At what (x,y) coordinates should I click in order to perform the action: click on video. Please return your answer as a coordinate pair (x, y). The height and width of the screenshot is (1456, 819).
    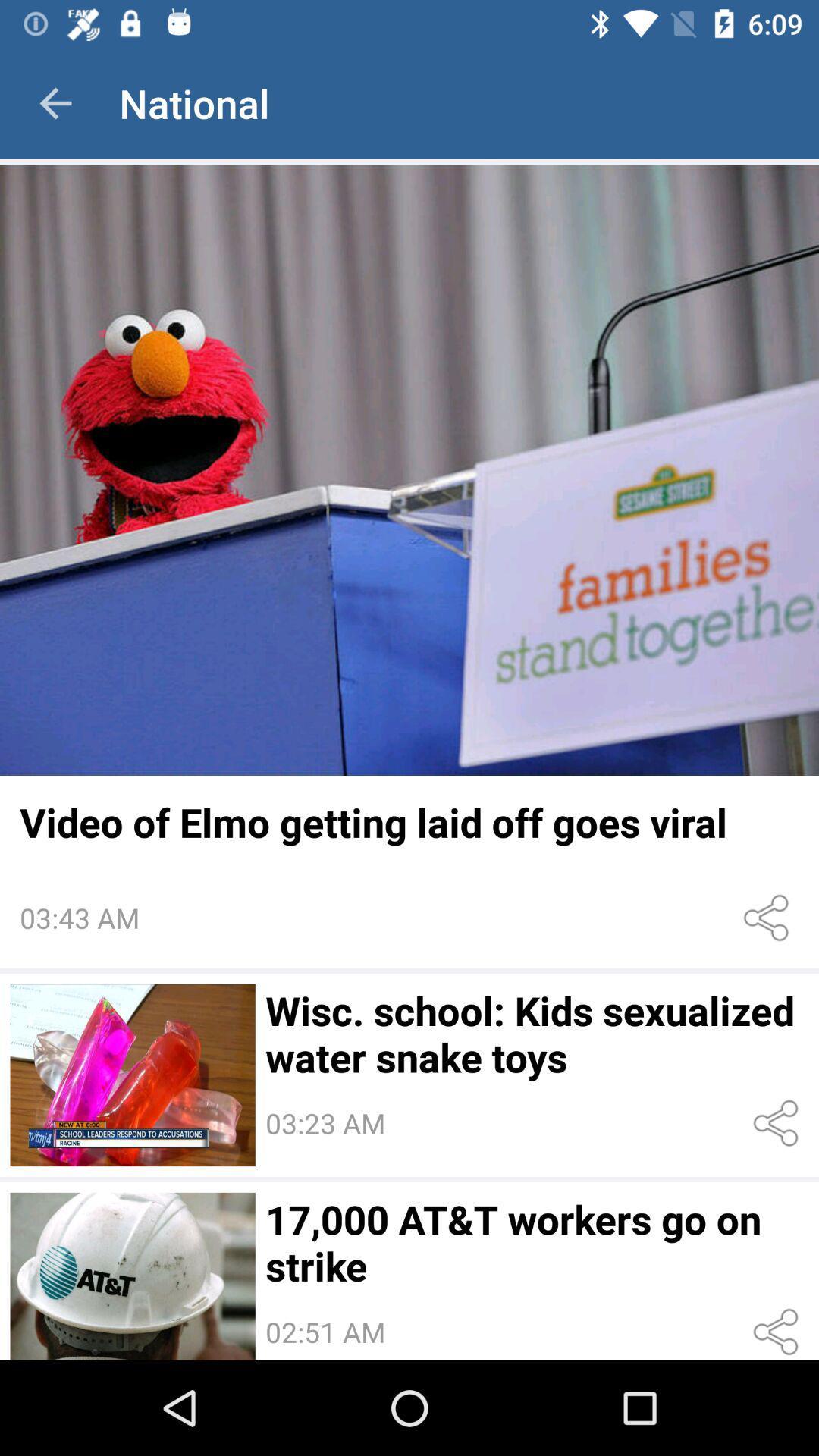
    Looking at the image, I should click on (409, 469).